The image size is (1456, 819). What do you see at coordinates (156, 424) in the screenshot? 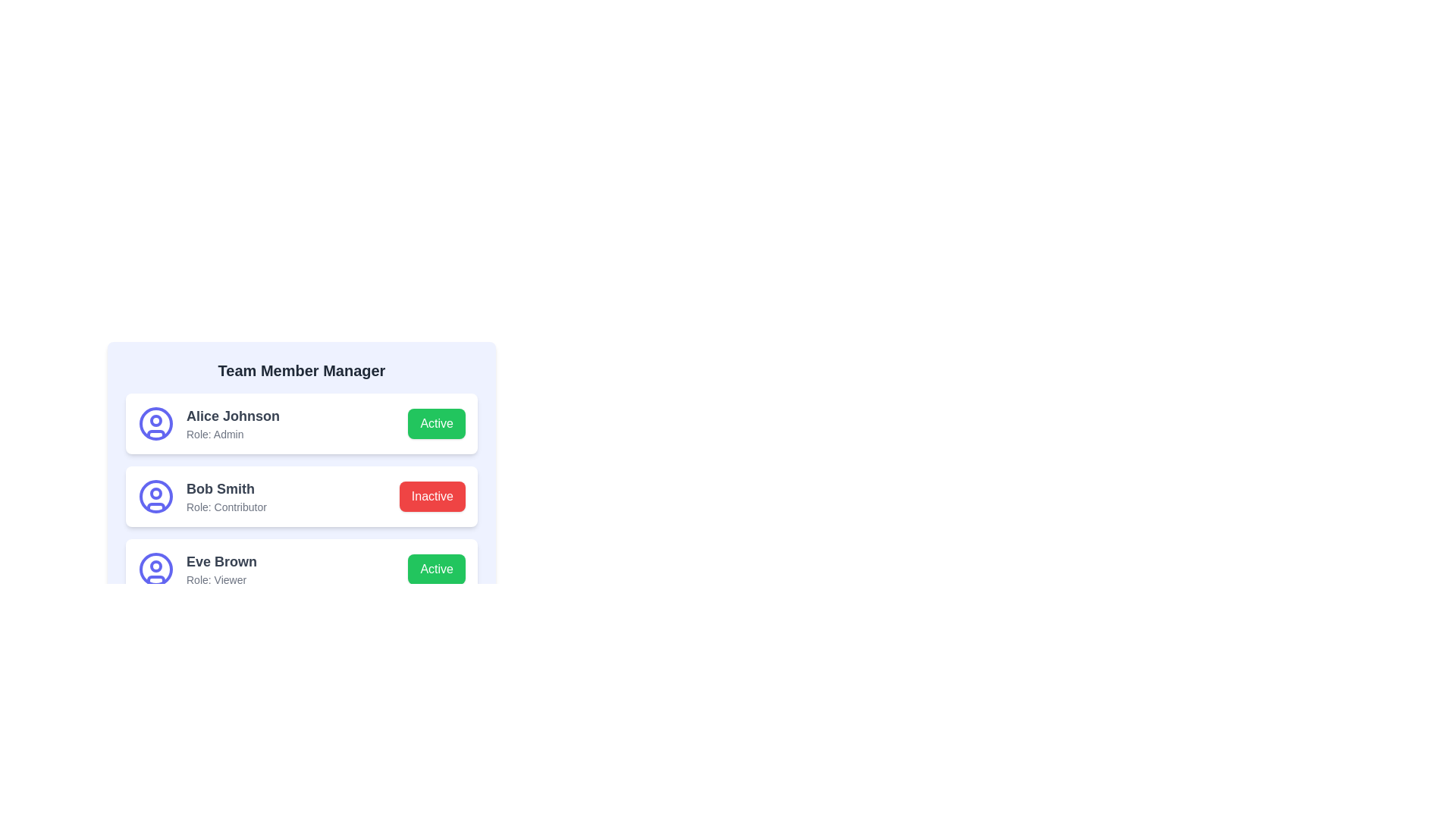
I see `the SVG Circle that represents the user profile icon for 'Alice Johnson' in the 'Team Member Manager' interface` at bounding box center [156, 424].